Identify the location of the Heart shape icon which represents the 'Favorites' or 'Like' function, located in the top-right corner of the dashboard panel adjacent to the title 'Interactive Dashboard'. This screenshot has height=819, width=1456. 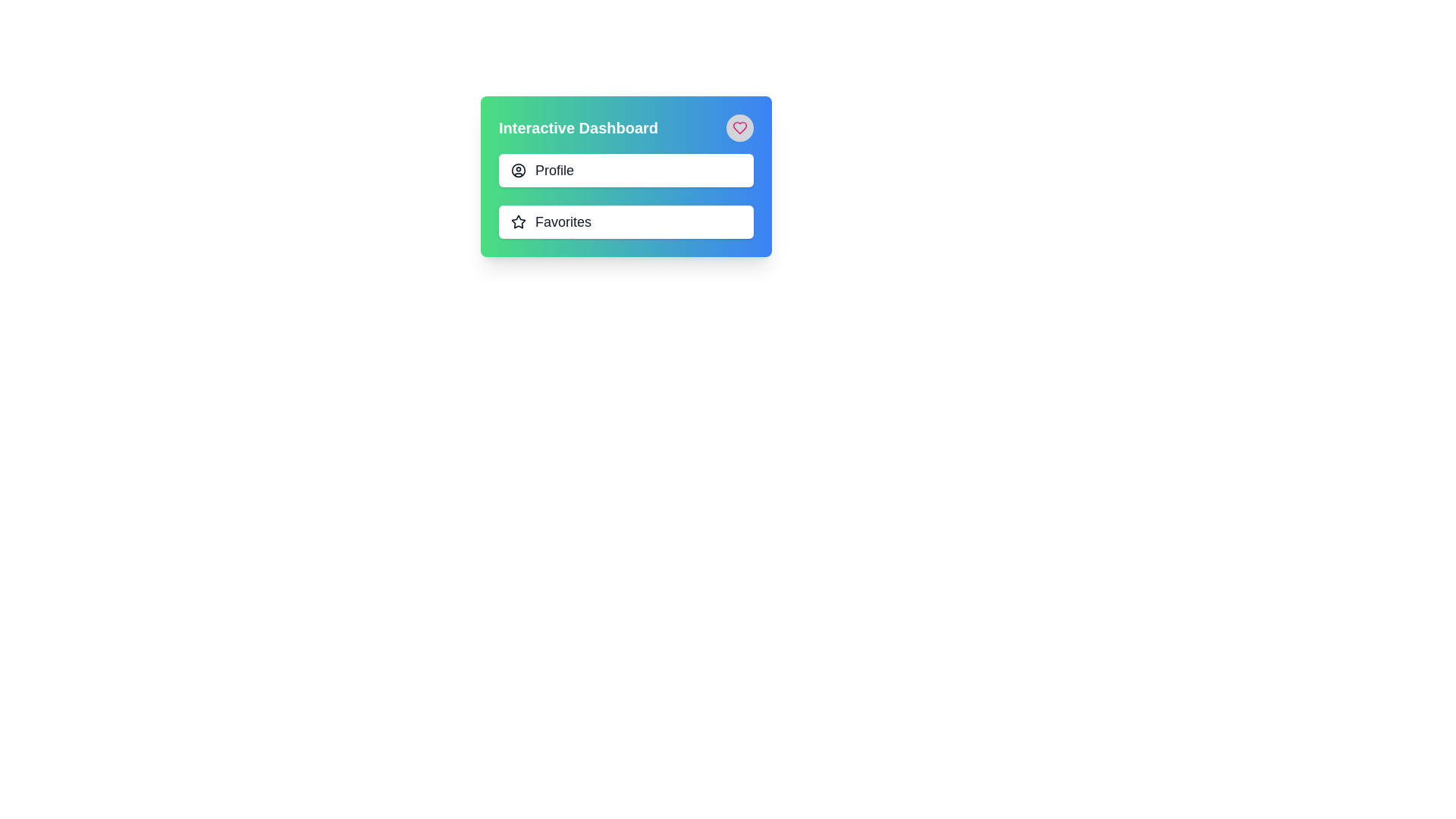
(739, 127).